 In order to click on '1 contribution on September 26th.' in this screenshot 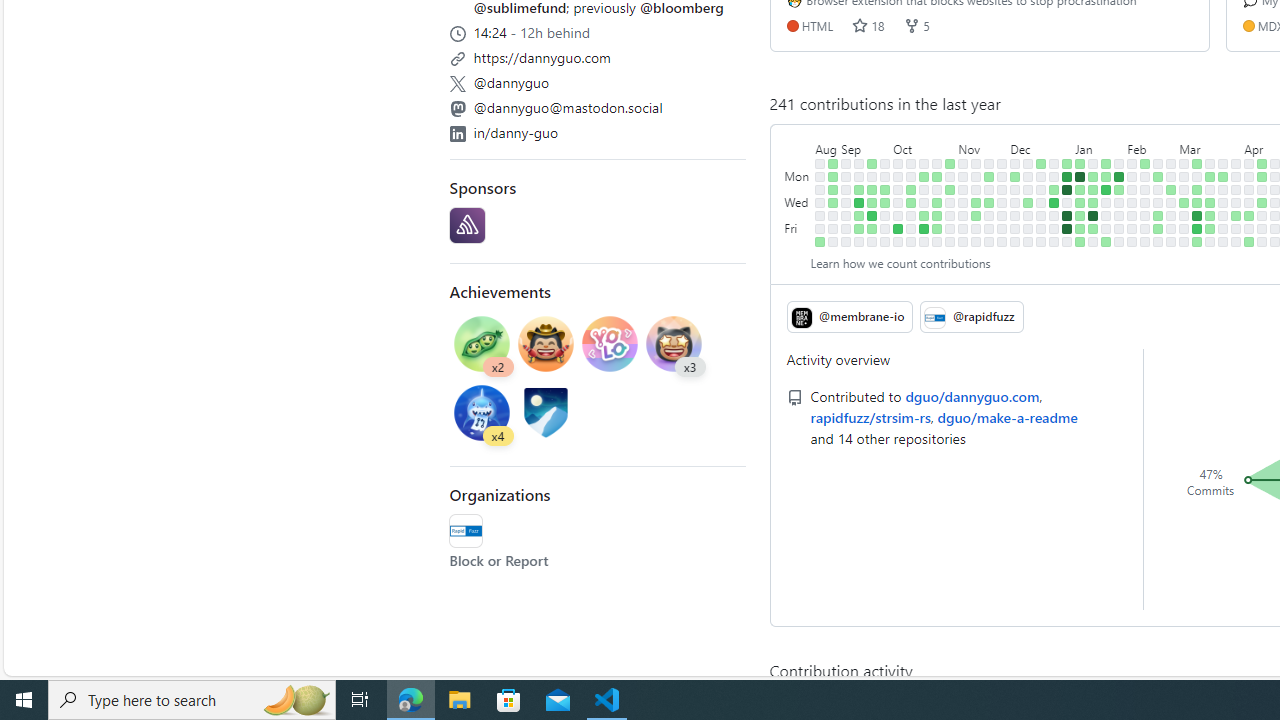, I will do `click(884, 189)`.